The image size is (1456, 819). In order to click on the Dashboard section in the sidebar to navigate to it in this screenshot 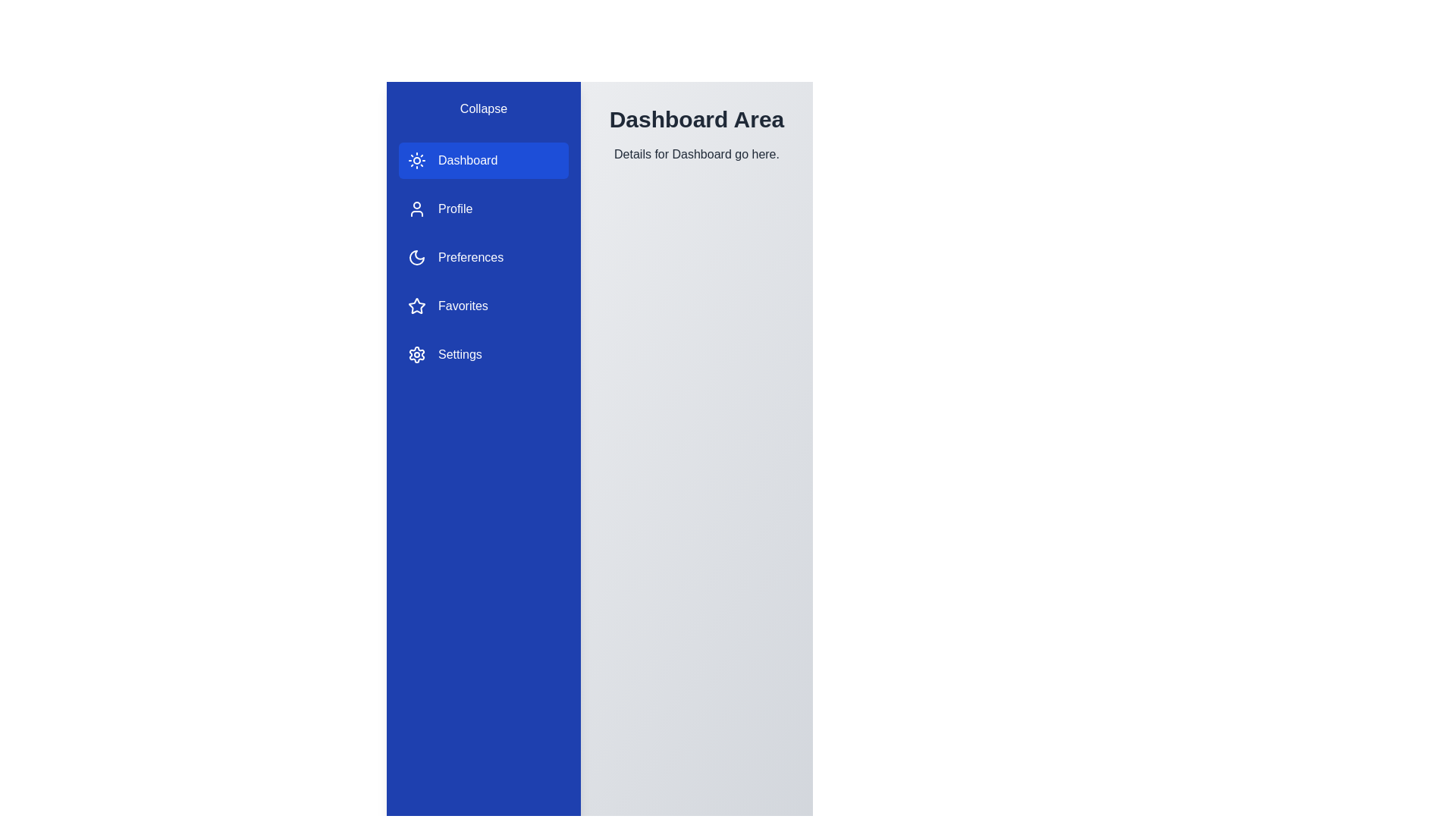, I will do `click(483, 161)`.